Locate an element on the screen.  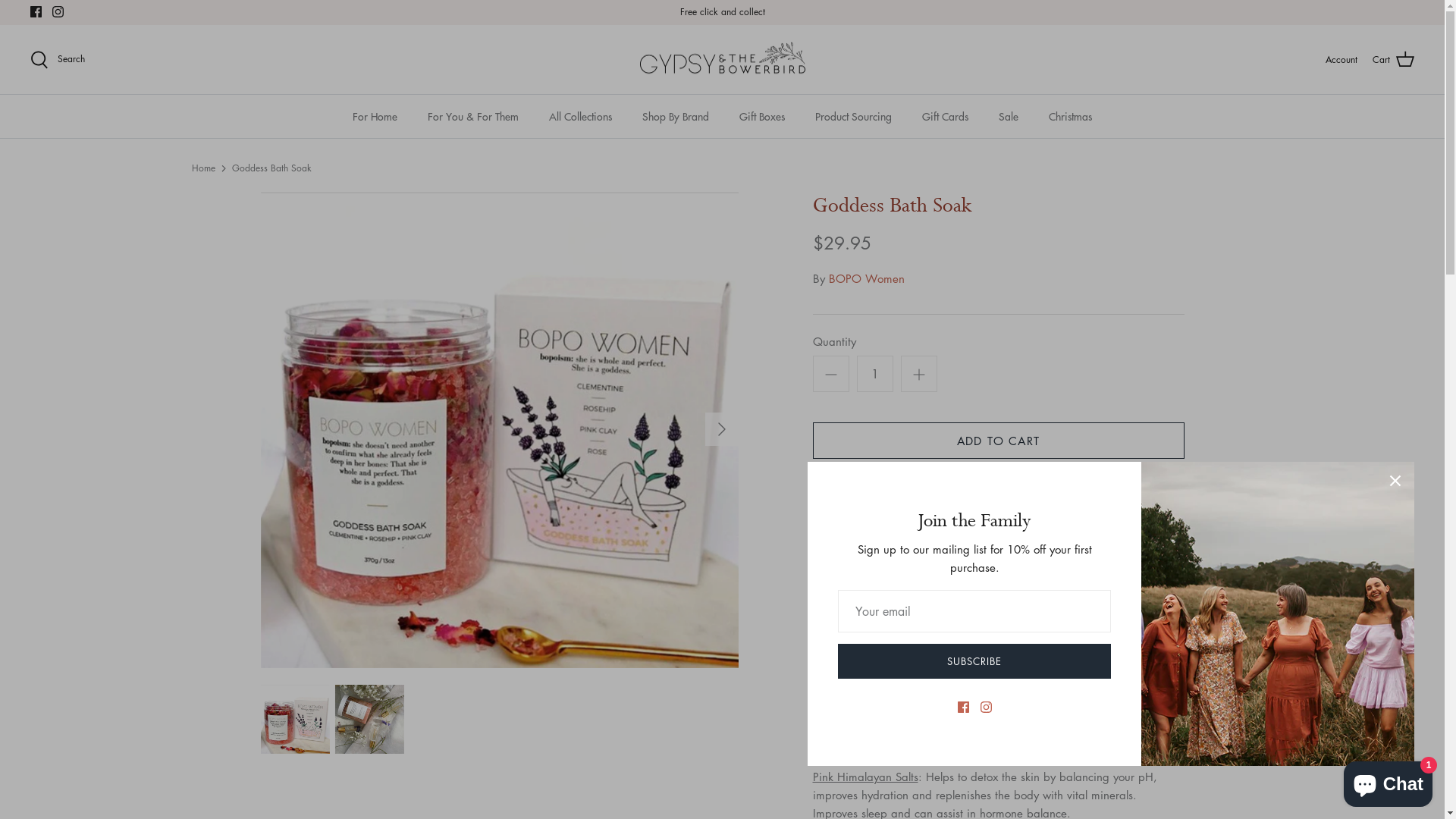
'SUBSCRIBE' is located at coordinates (974, 660).